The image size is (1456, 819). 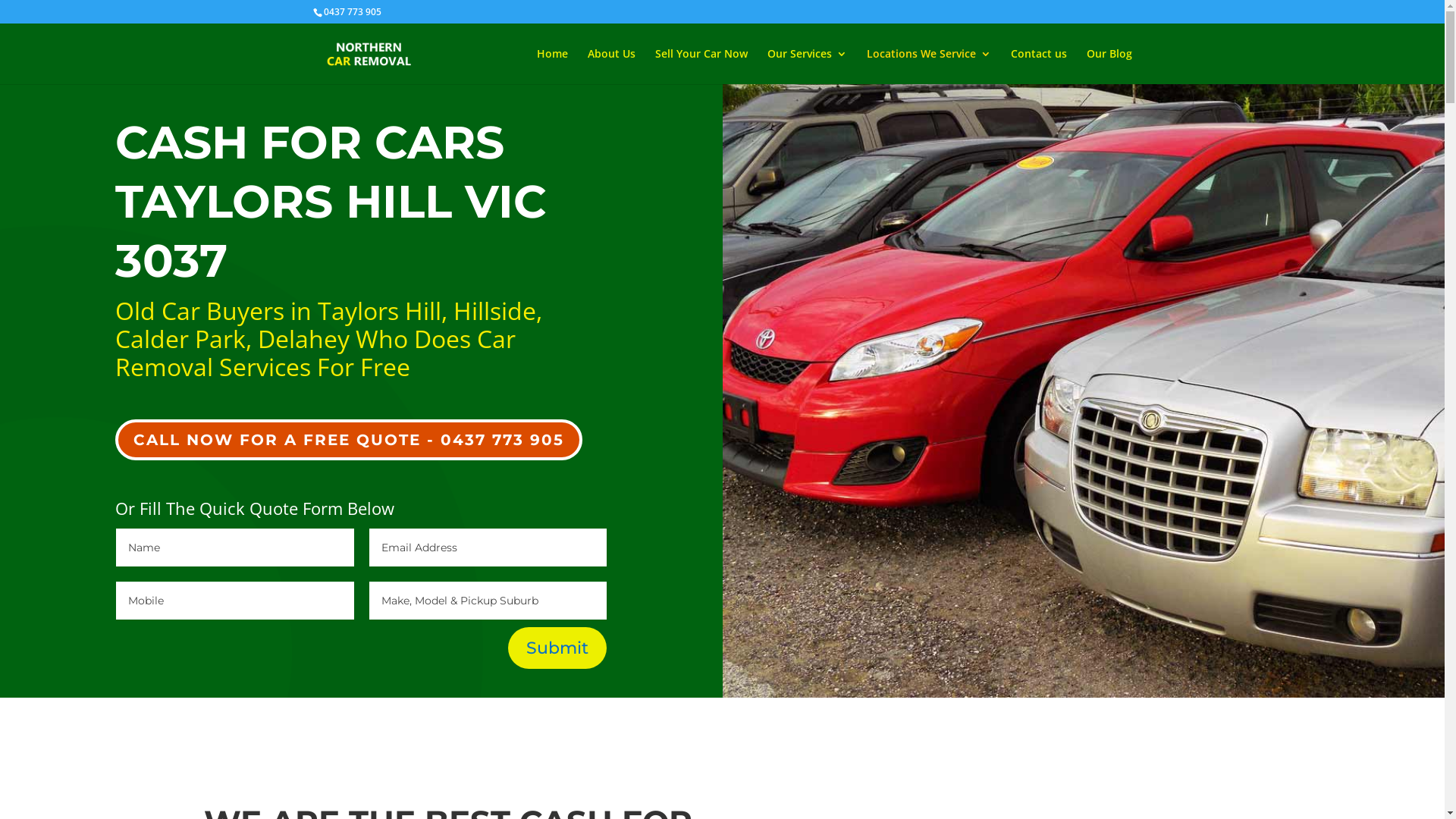 I want to click on 'Home', so click(x=551, y=65).